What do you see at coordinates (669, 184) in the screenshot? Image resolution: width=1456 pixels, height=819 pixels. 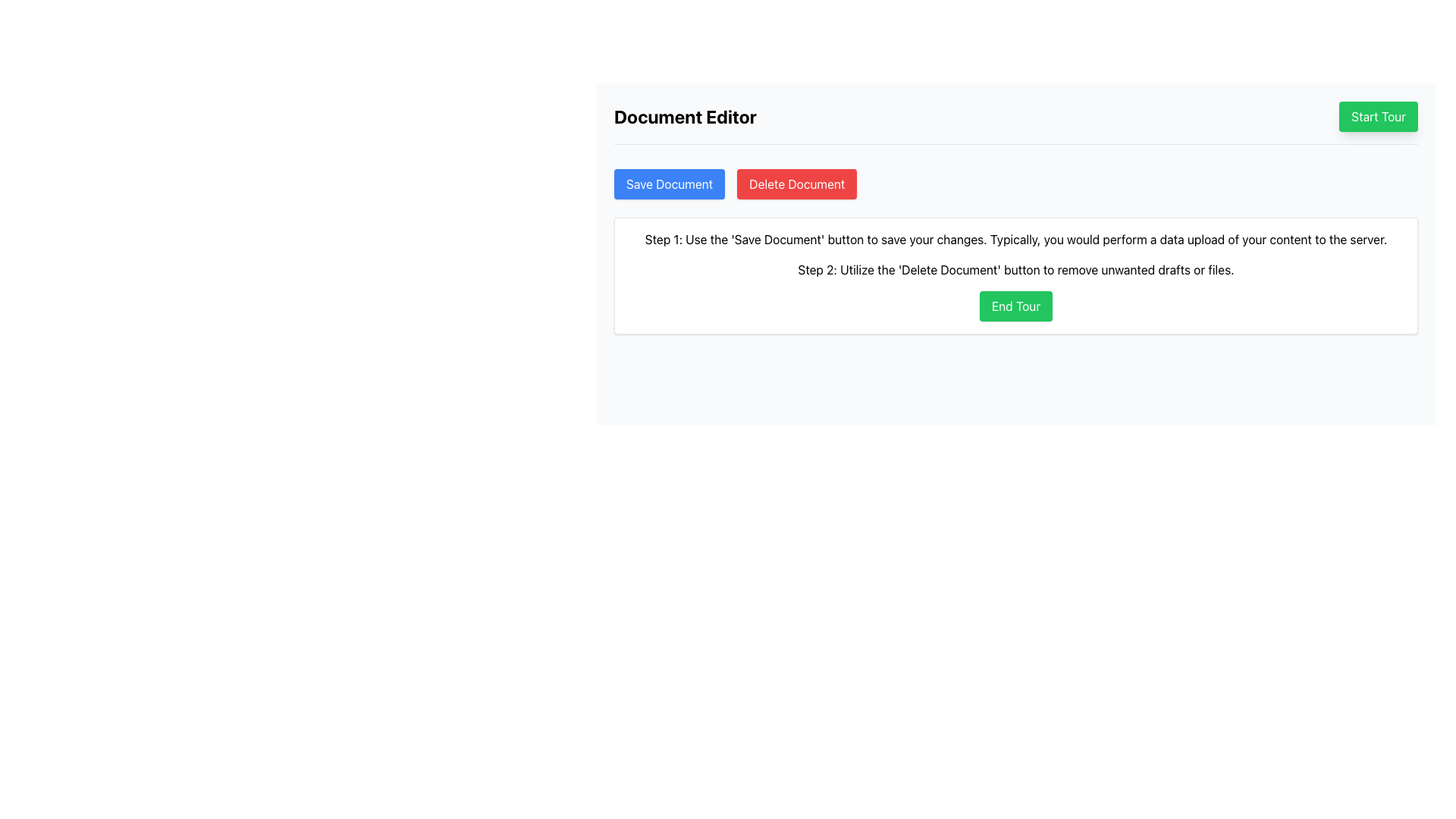 I see `the leftmost button in the horizontal group that is used to save the current document` at bounding box center [669, 184].